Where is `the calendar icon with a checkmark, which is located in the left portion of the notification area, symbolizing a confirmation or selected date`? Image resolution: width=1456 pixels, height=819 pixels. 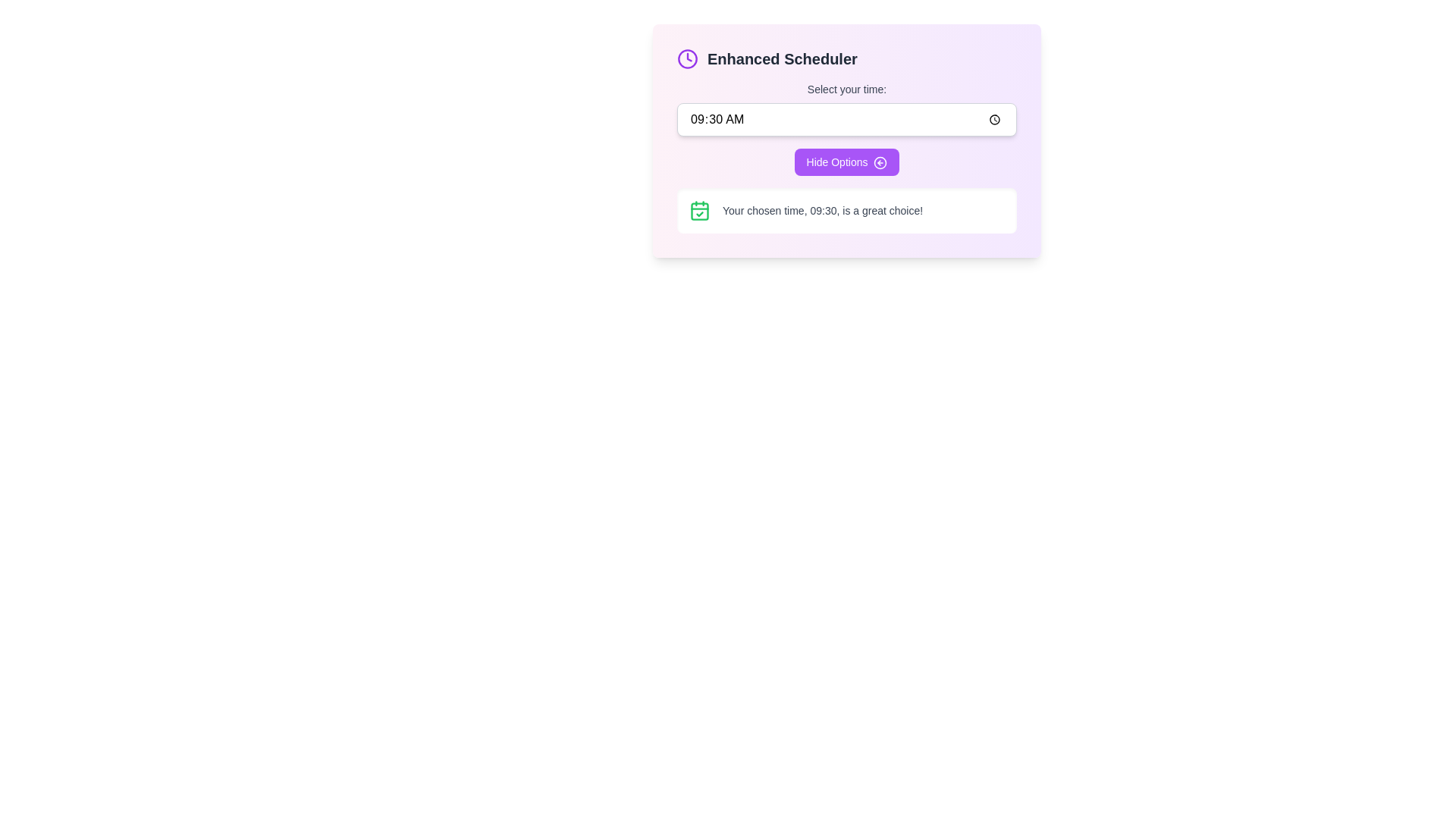 the calendar icon with a checkmark, which is located in the left portion of the notification area, symbolizing a confirmation or selected date is located at coordinates (698, 210).